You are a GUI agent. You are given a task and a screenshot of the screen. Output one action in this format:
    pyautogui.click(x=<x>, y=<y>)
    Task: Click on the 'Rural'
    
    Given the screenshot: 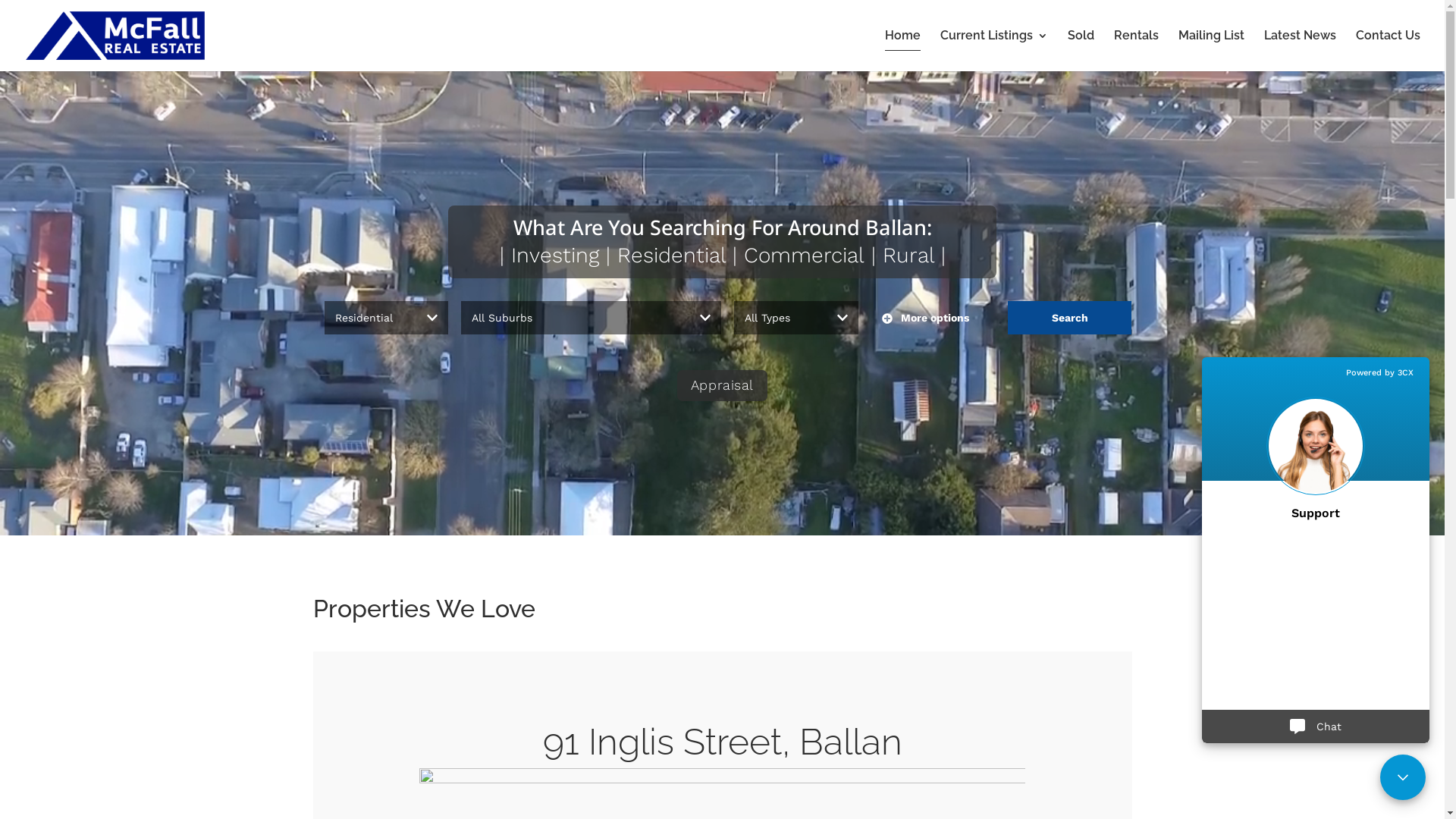 What is the action you would take?
    pyautogui.click(x=908, y=254)
    